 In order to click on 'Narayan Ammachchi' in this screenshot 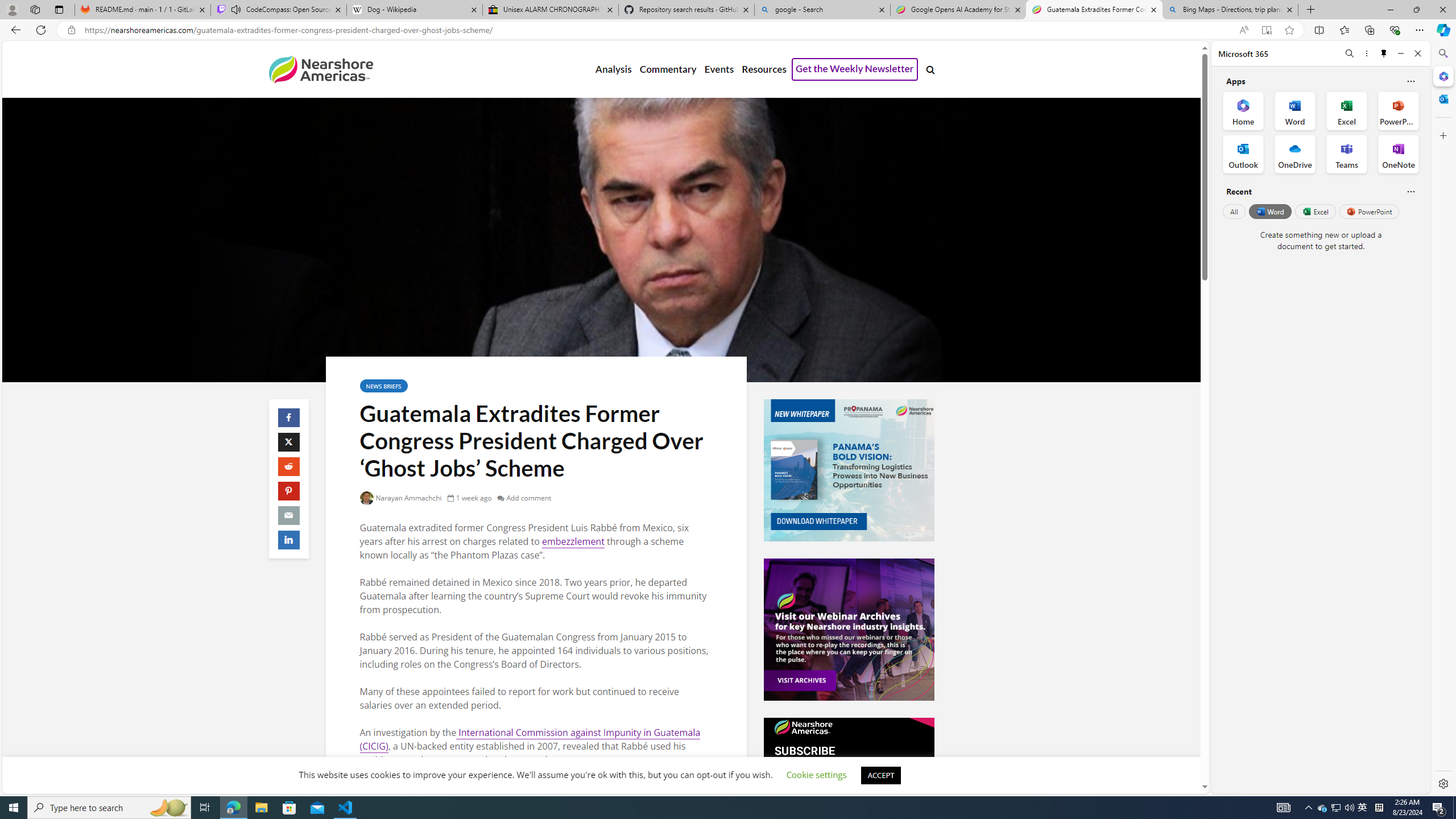, I will do `click(401, 497)`.